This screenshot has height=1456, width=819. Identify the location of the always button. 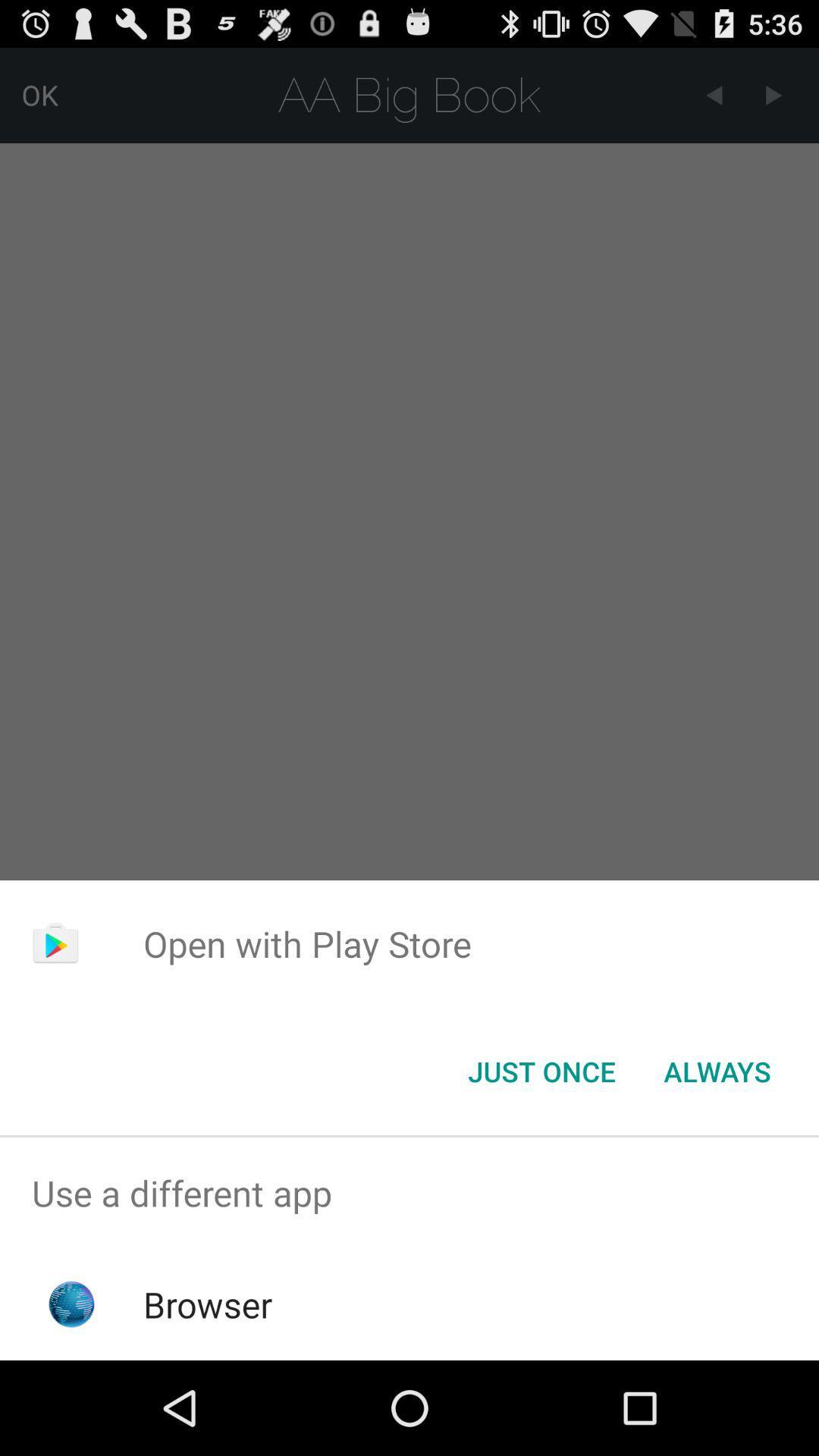
(717, 1070).